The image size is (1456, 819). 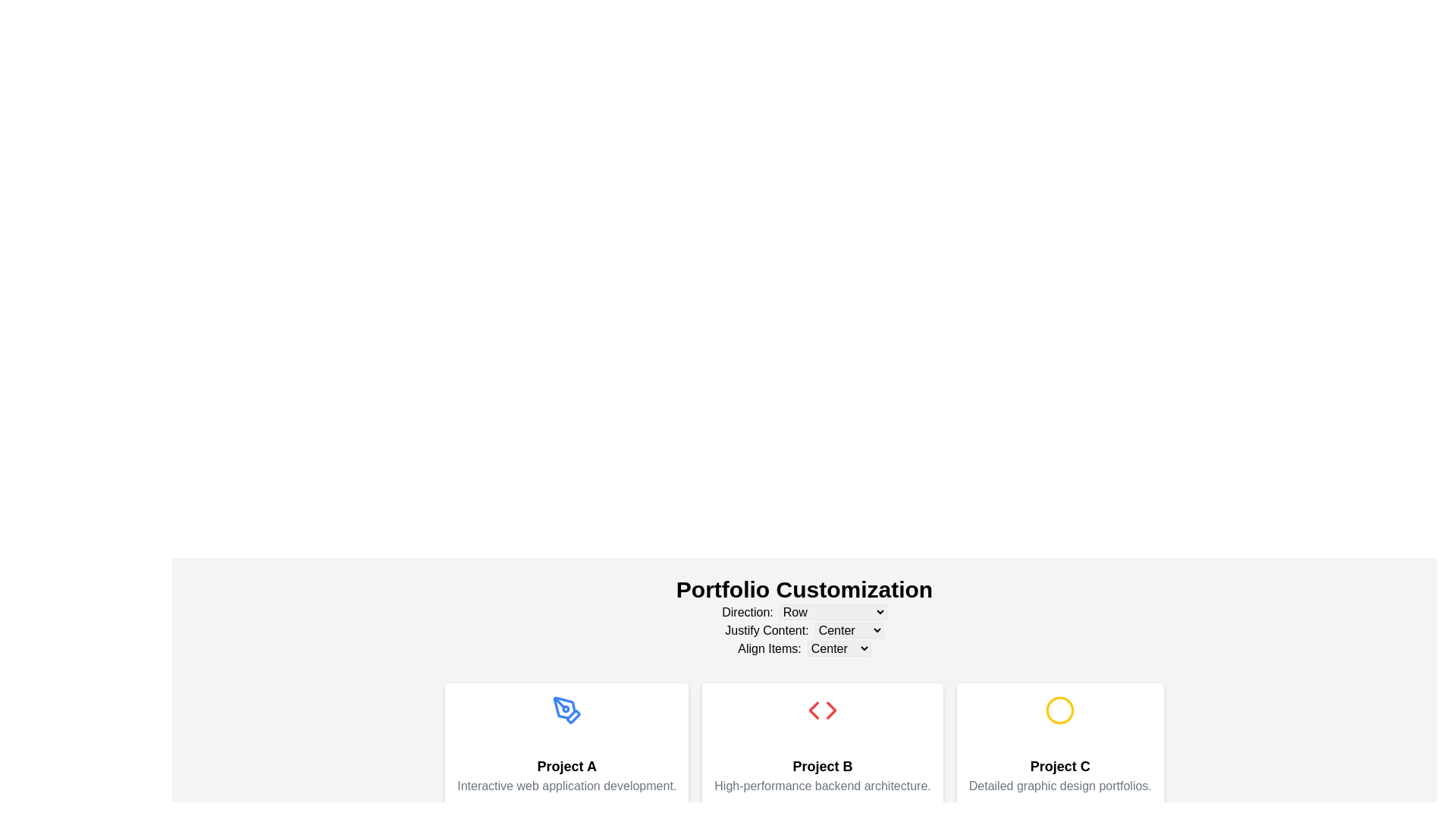 What do you see at coordinates (848, 629) in the screenshot?
I see `the dropdown menu for alignment options located` at bounding box center [848, 629].